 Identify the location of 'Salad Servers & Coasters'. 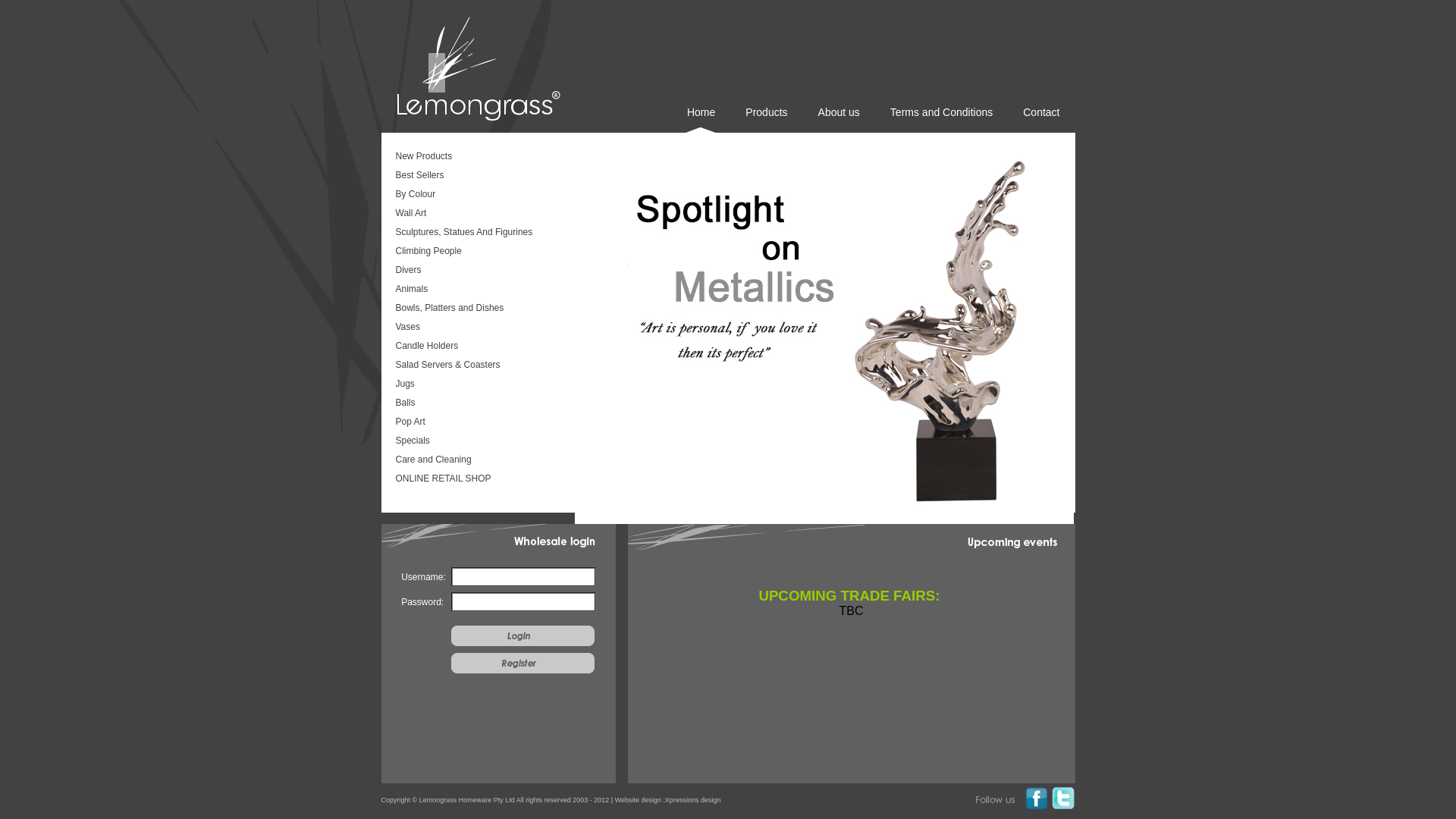
(475, 366).